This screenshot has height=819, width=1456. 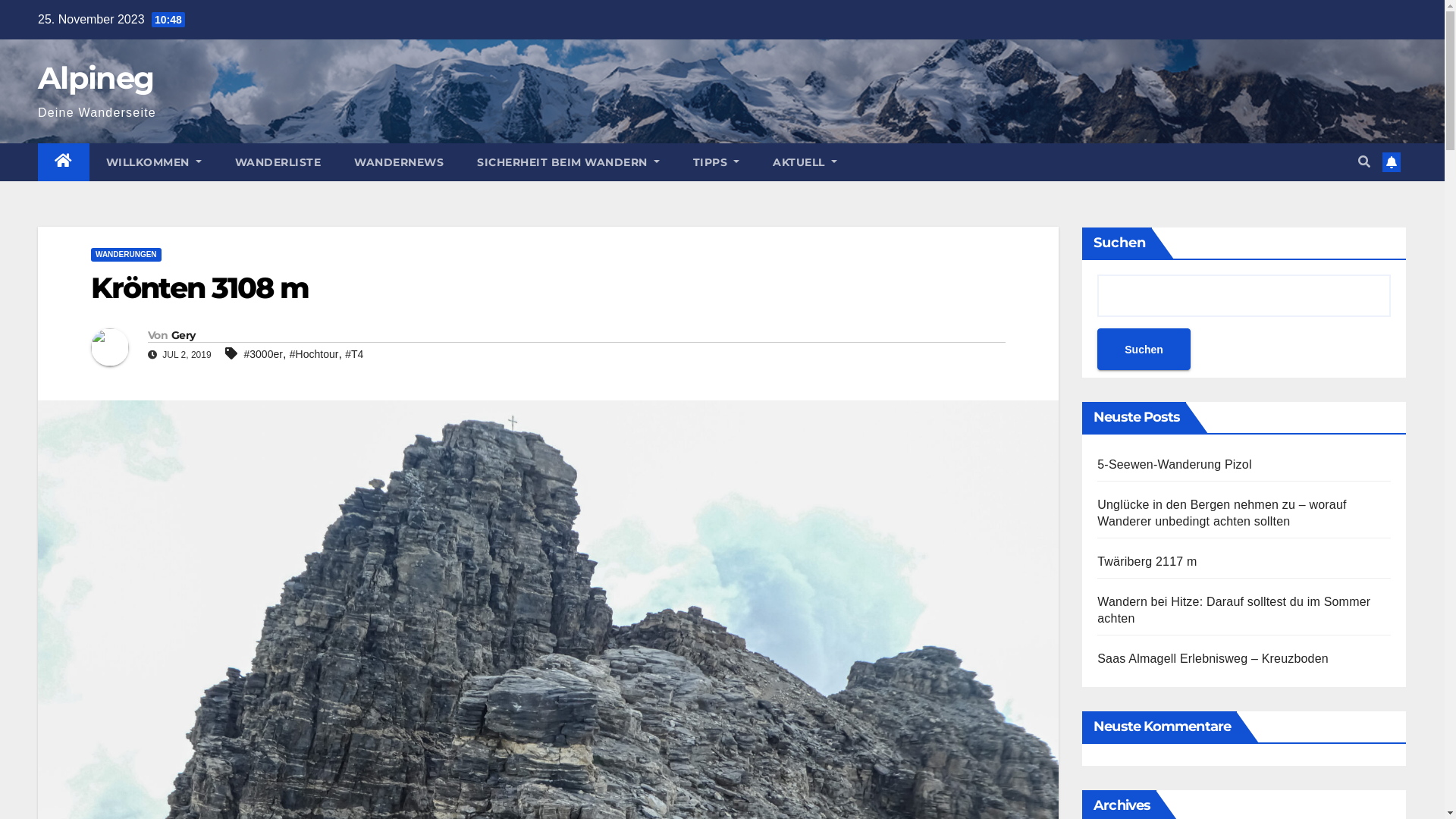 I want to click on '#T4', so click(x=344, y=353).